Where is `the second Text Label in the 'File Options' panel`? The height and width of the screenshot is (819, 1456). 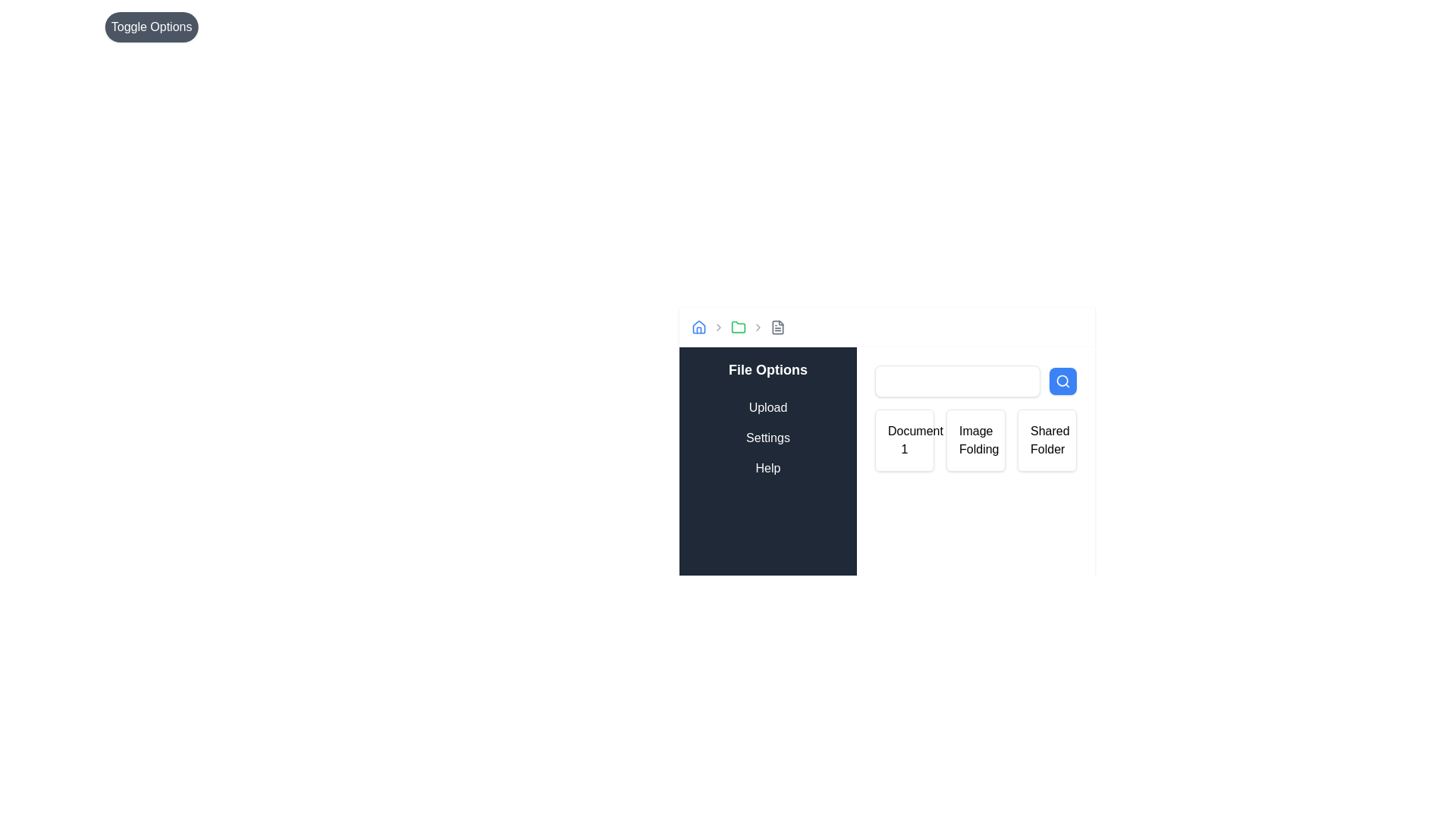
the second Text Label in the 'File Options' panel is located at coordinates (767, 438).